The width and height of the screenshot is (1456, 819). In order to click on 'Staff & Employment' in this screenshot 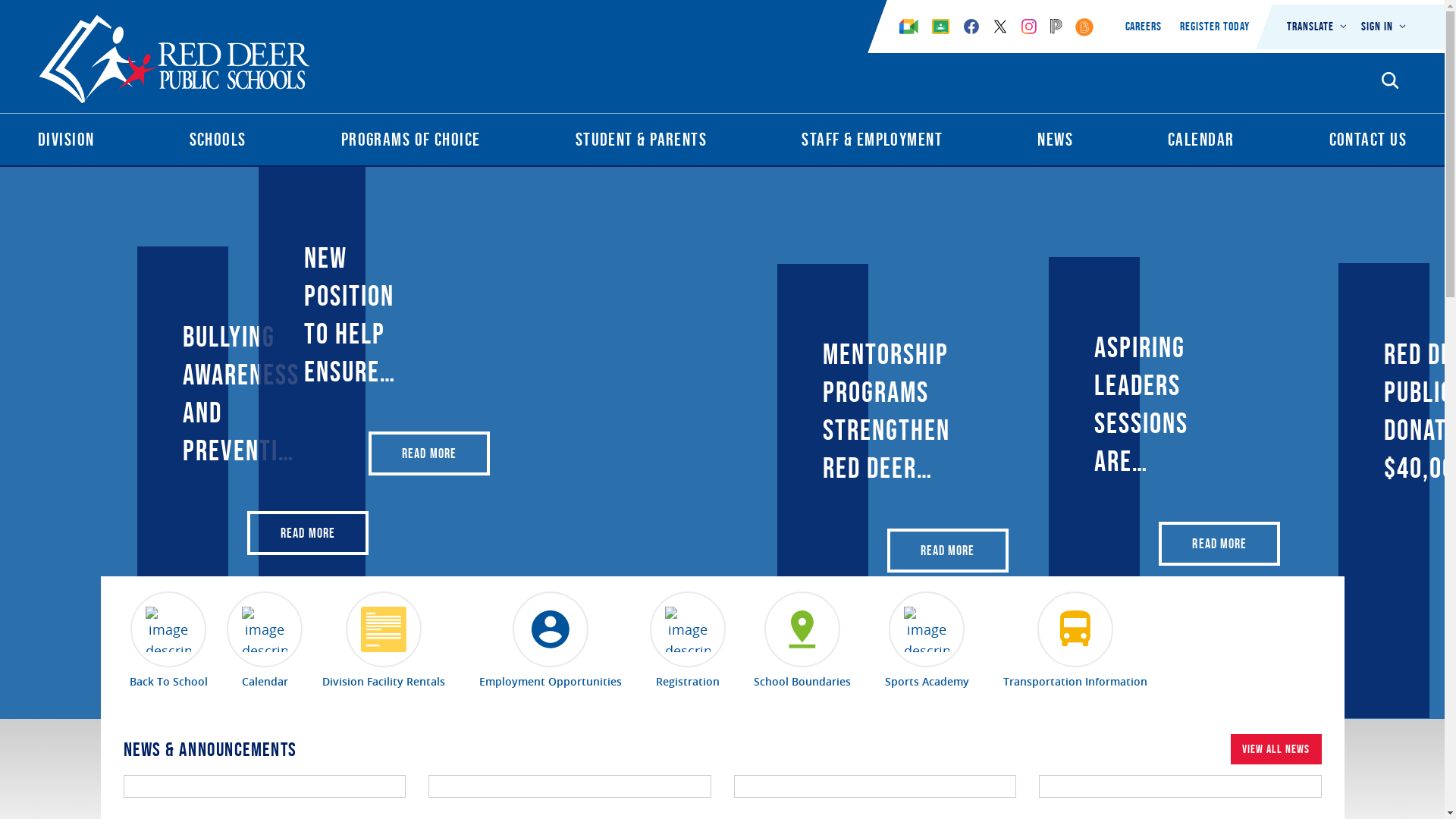, I will do `click(872, 143)`.